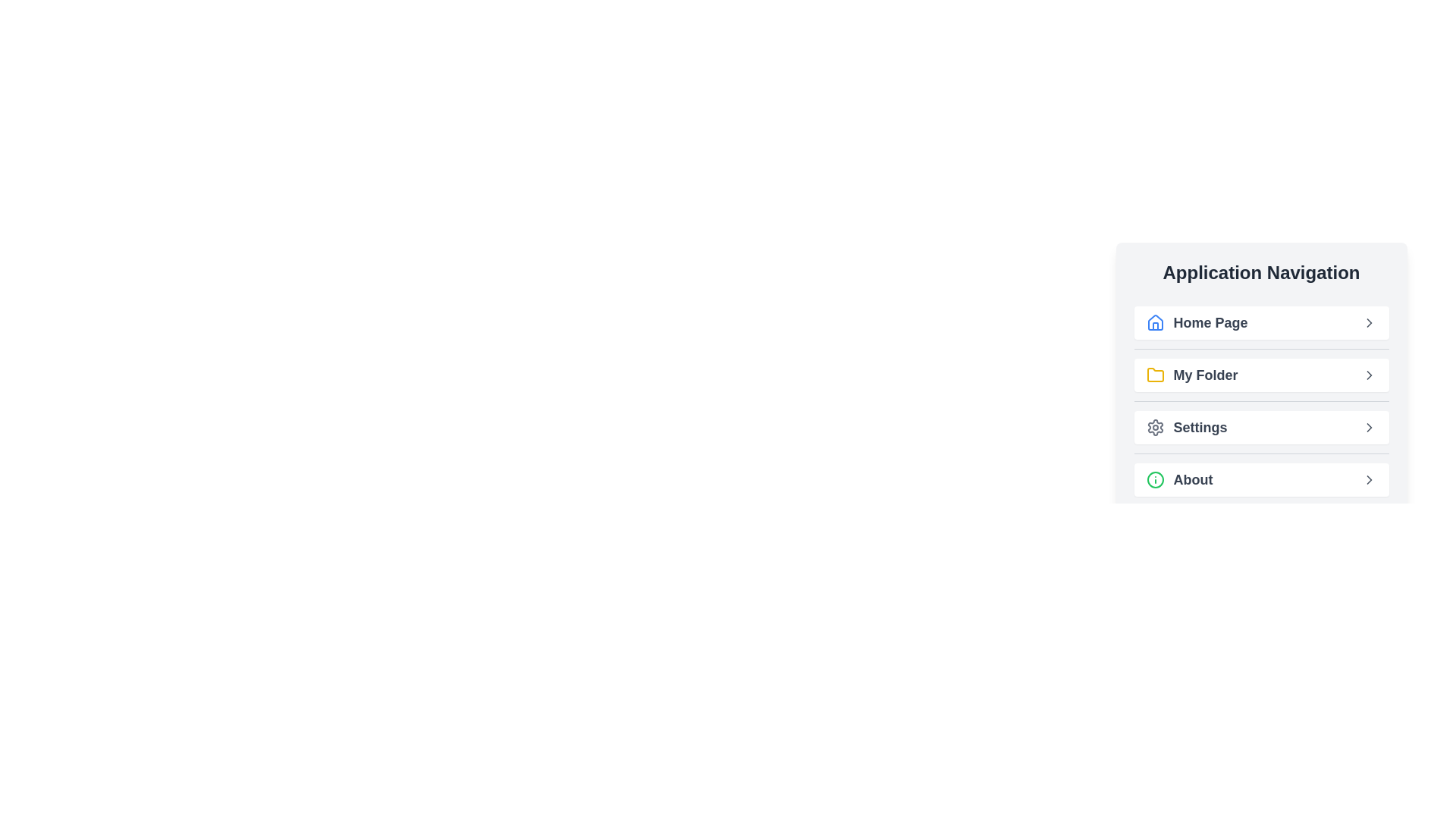 Image resolution: width=1456 pixels, height=819 pixels. What do you see at coordinates (1369, 375) in the screenshot?
I see `the chevron icon located to the far right of the 'My Folder' list item in the 'Application Navigation' panel, which signifies forward navigation or submenu access` at bounding box center [1369, 375].